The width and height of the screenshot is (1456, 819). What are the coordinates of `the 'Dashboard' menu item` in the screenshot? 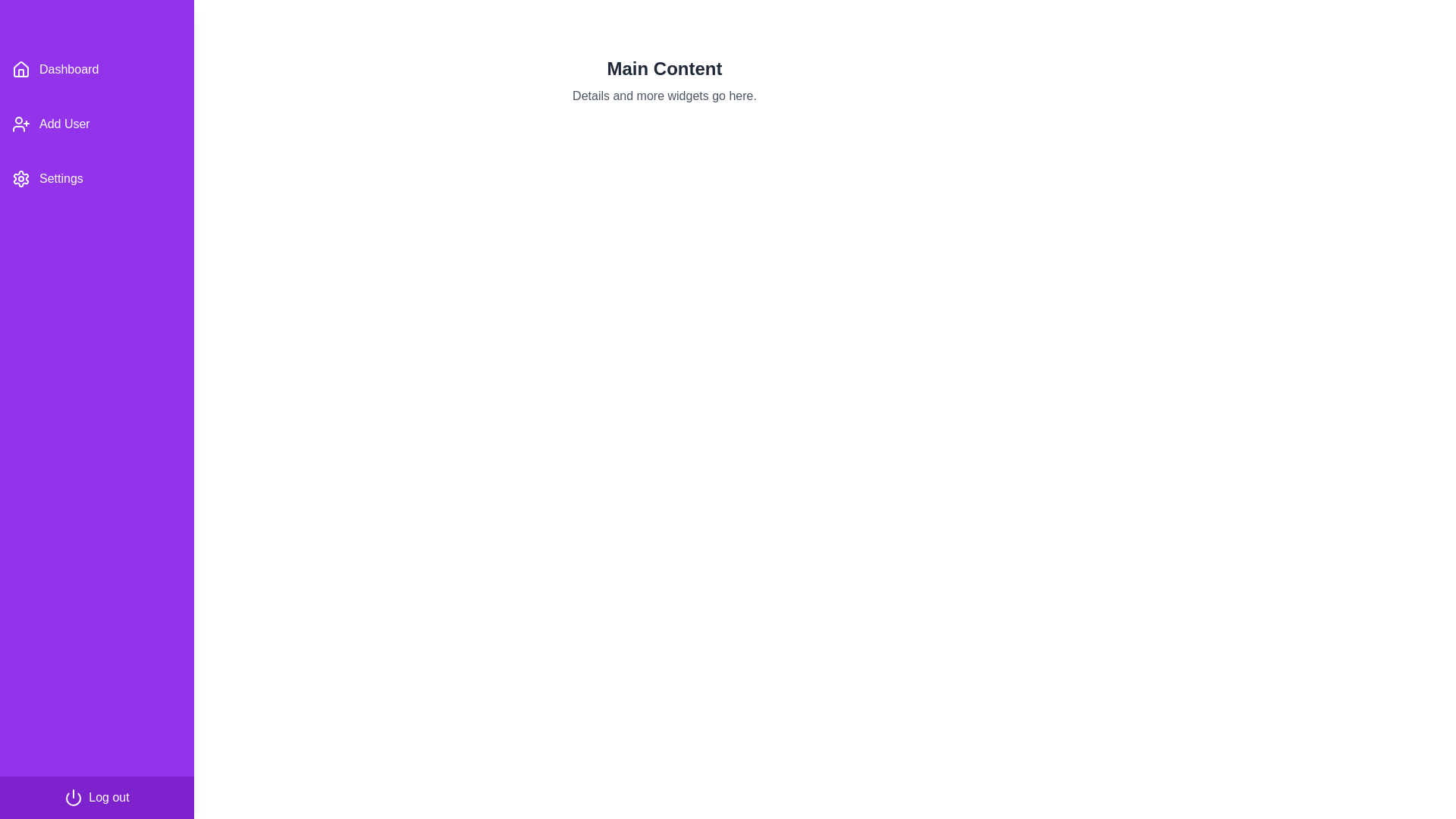 It's located at (96, 70).